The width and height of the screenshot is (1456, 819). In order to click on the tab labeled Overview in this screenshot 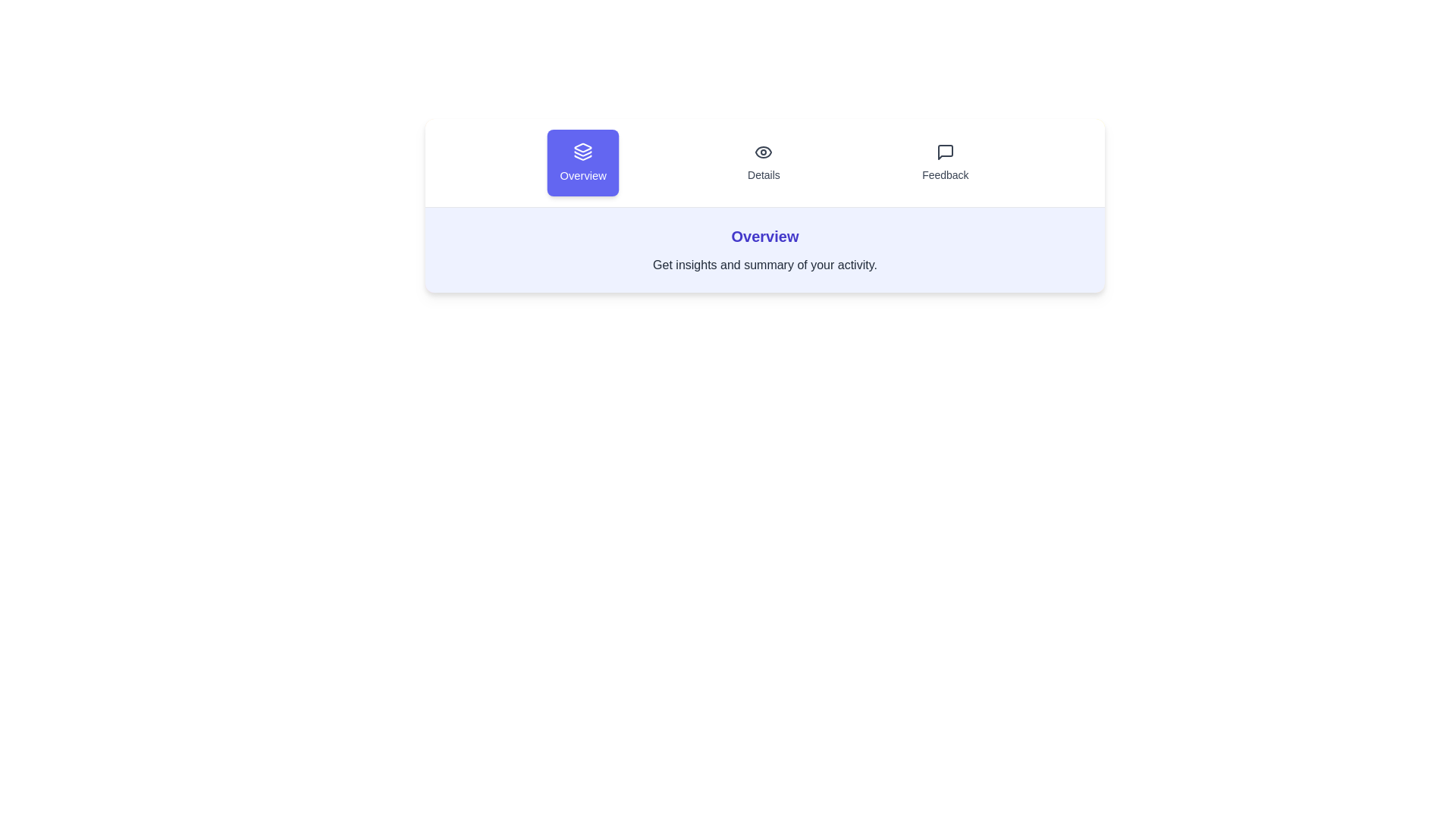, I will do `click(582, 163)`.